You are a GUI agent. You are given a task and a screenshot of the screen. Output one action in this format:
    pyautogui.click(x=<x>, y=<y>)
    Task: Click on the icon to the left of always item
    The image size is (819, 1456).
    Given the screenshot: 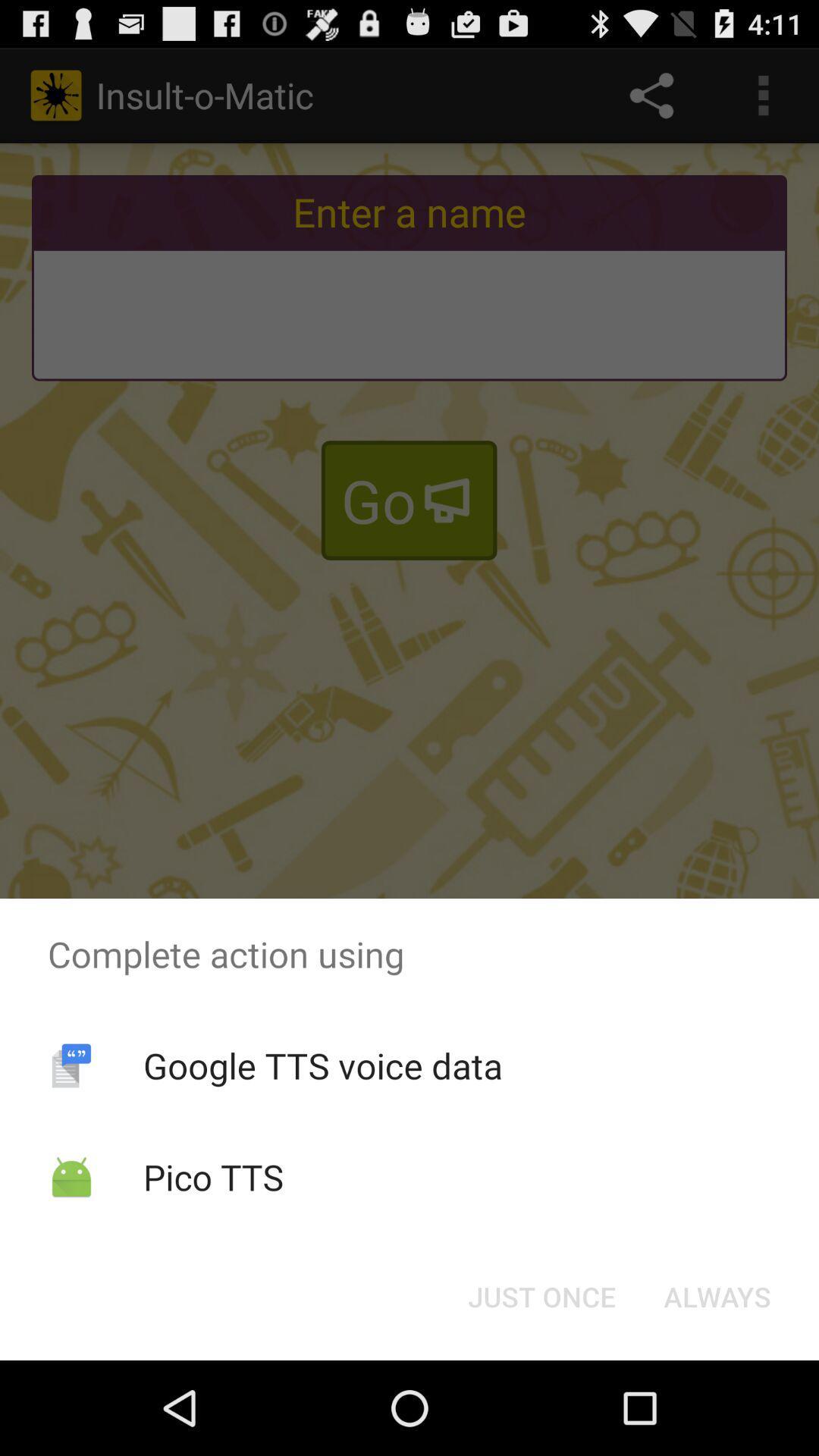 What is the action you would take?
    pyautogui.click(x=541, y=1295)
    